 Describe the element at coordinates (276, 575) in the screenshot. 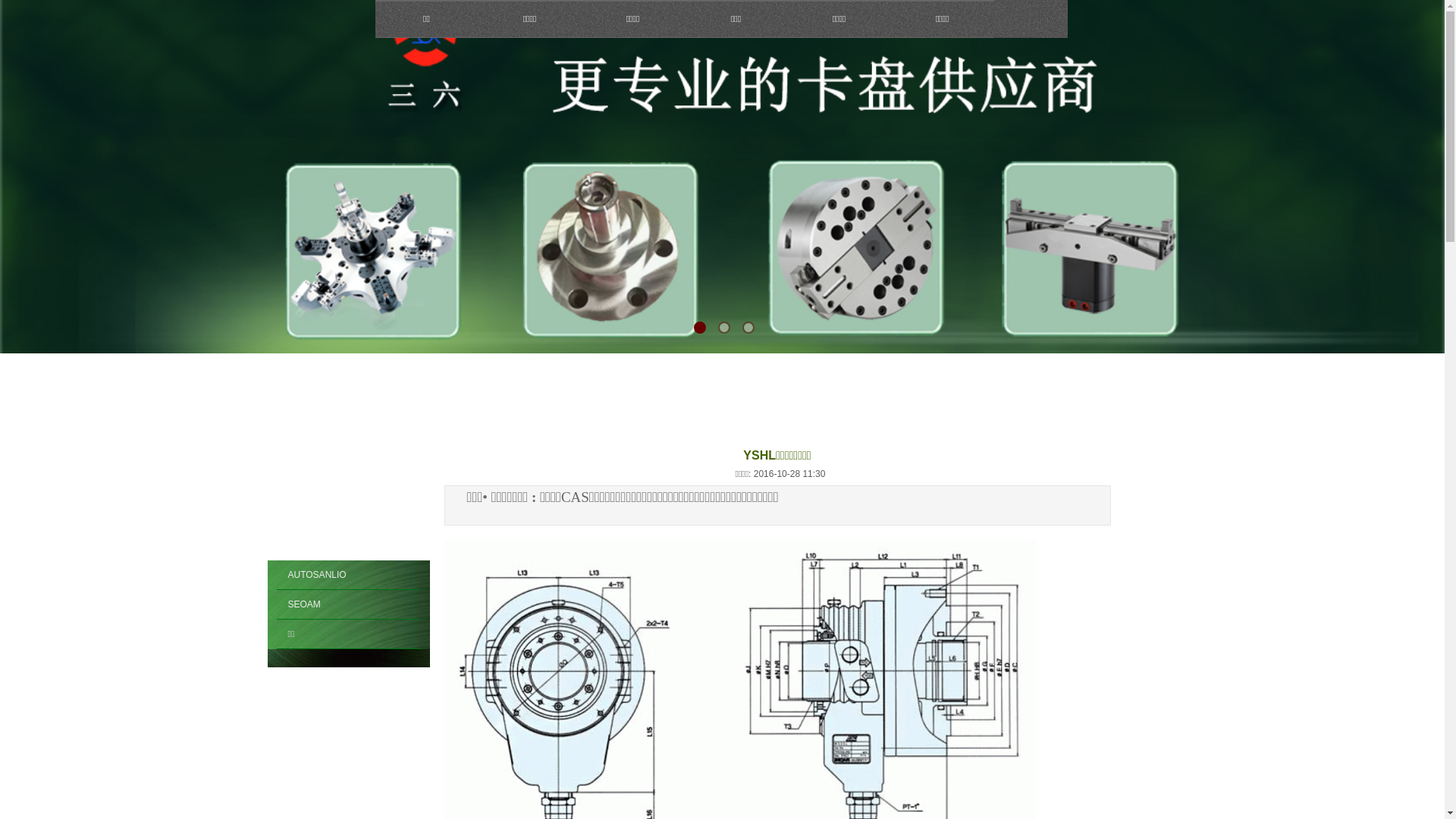

I see `'AUTOSANLIO'` at that location.